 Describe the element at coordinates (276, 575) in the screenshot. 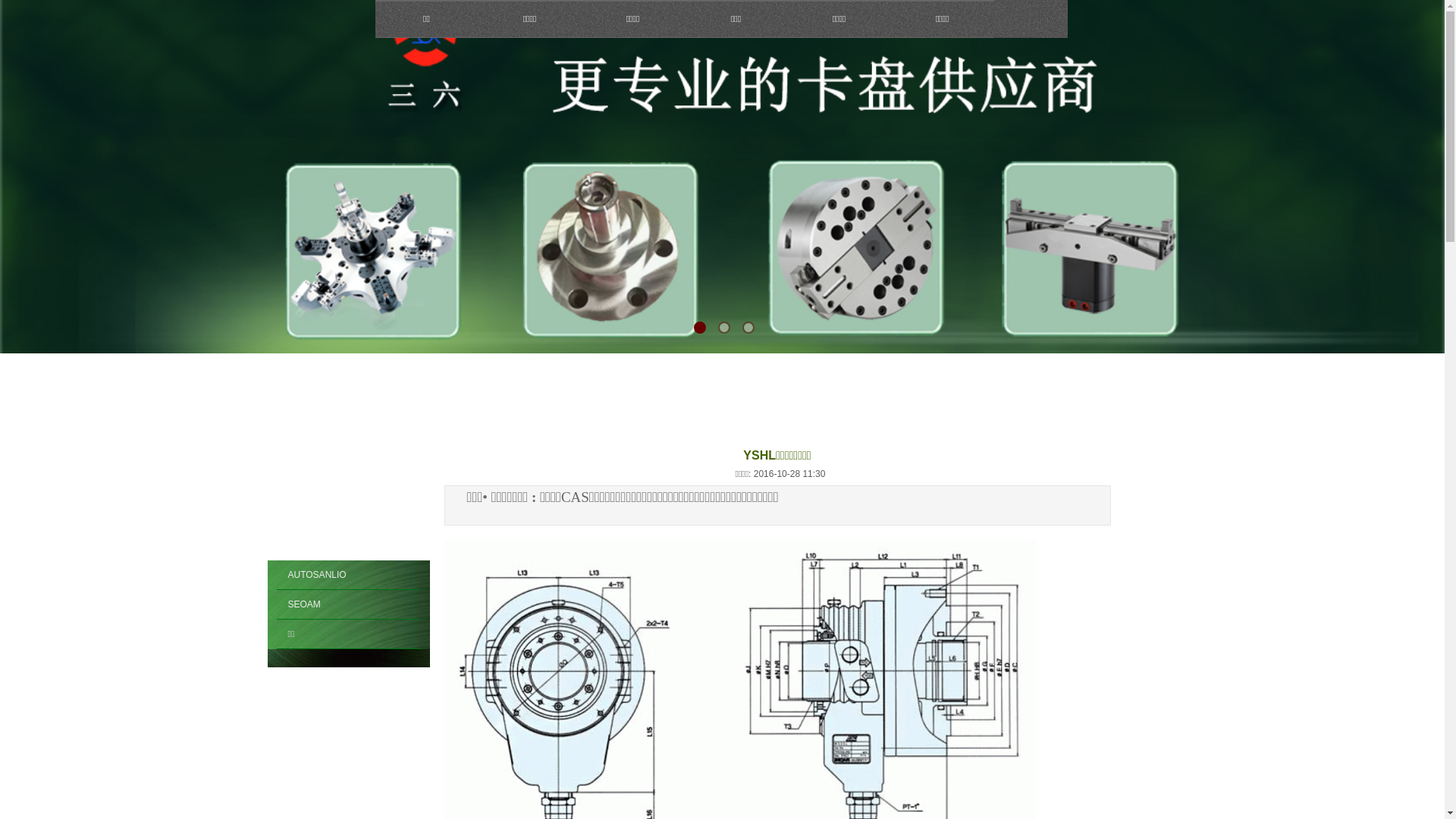

I see `'AUTOSANLIO'` at that location.